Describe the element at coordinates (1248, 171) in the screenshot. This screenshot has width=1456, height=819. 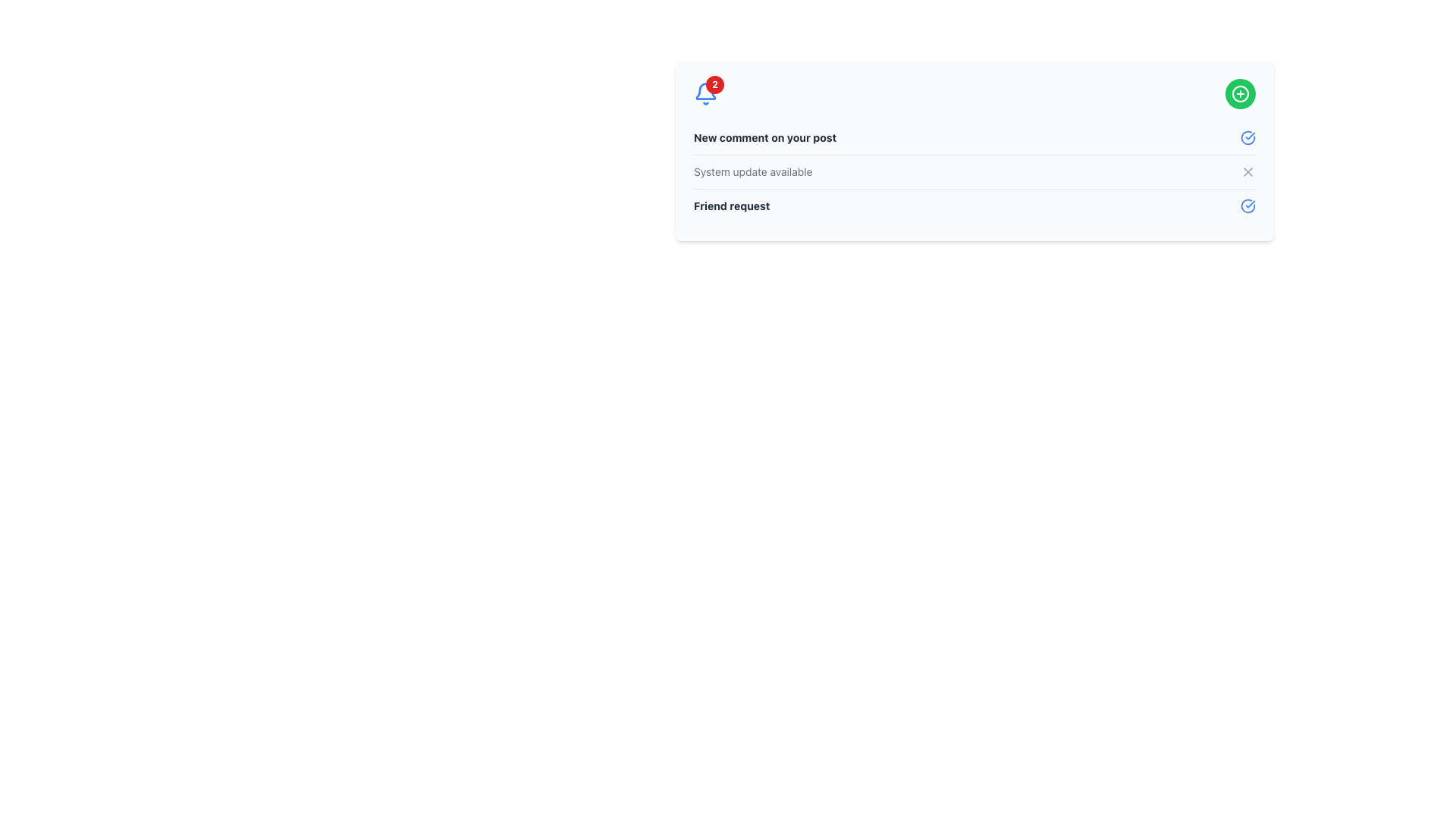
I see `the dismiss icon (X symbol) located at the far right of the 'System update available' notification` at that location.